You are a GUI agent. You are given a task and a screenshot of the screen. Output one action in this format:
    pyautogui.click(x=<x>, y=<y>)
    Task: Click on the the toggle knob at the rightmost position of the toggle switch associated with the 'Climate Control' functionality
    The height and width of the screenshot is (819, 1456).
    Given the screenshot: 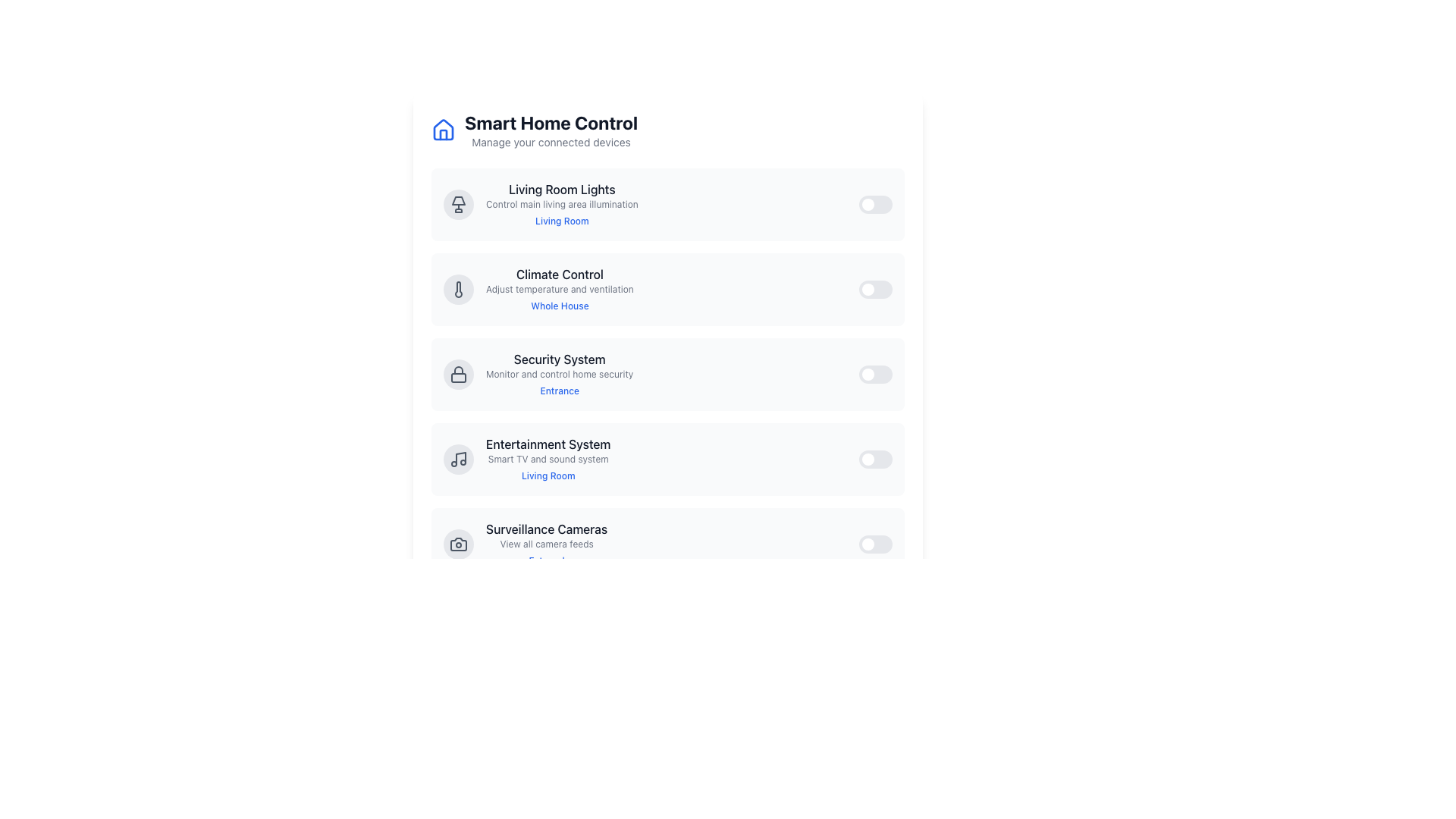 What is the action you would take?
    pyautogui.click(x=868, y=289)
    